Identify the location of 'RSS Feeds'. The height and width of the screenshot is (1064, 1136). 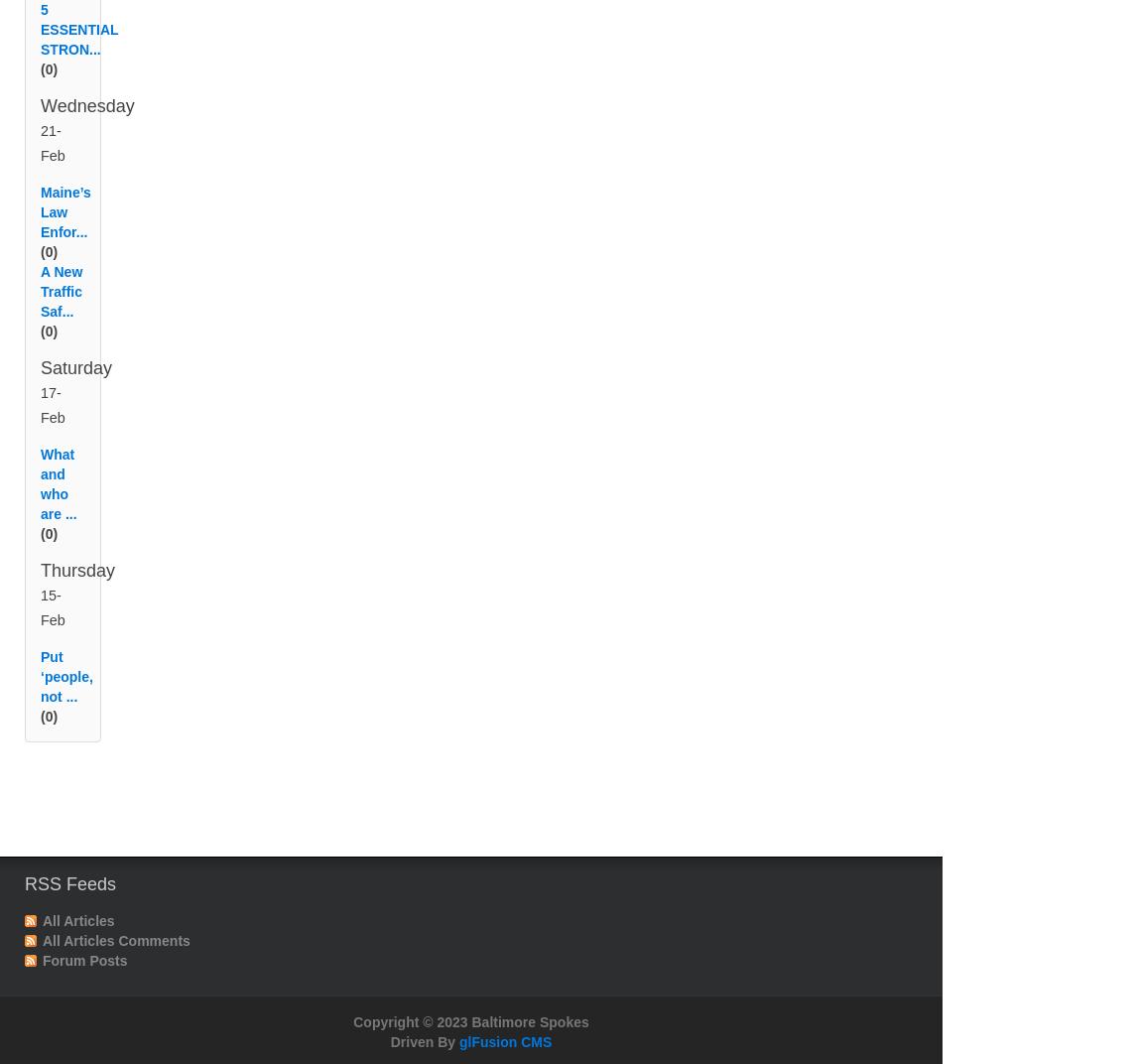
(24, 907).